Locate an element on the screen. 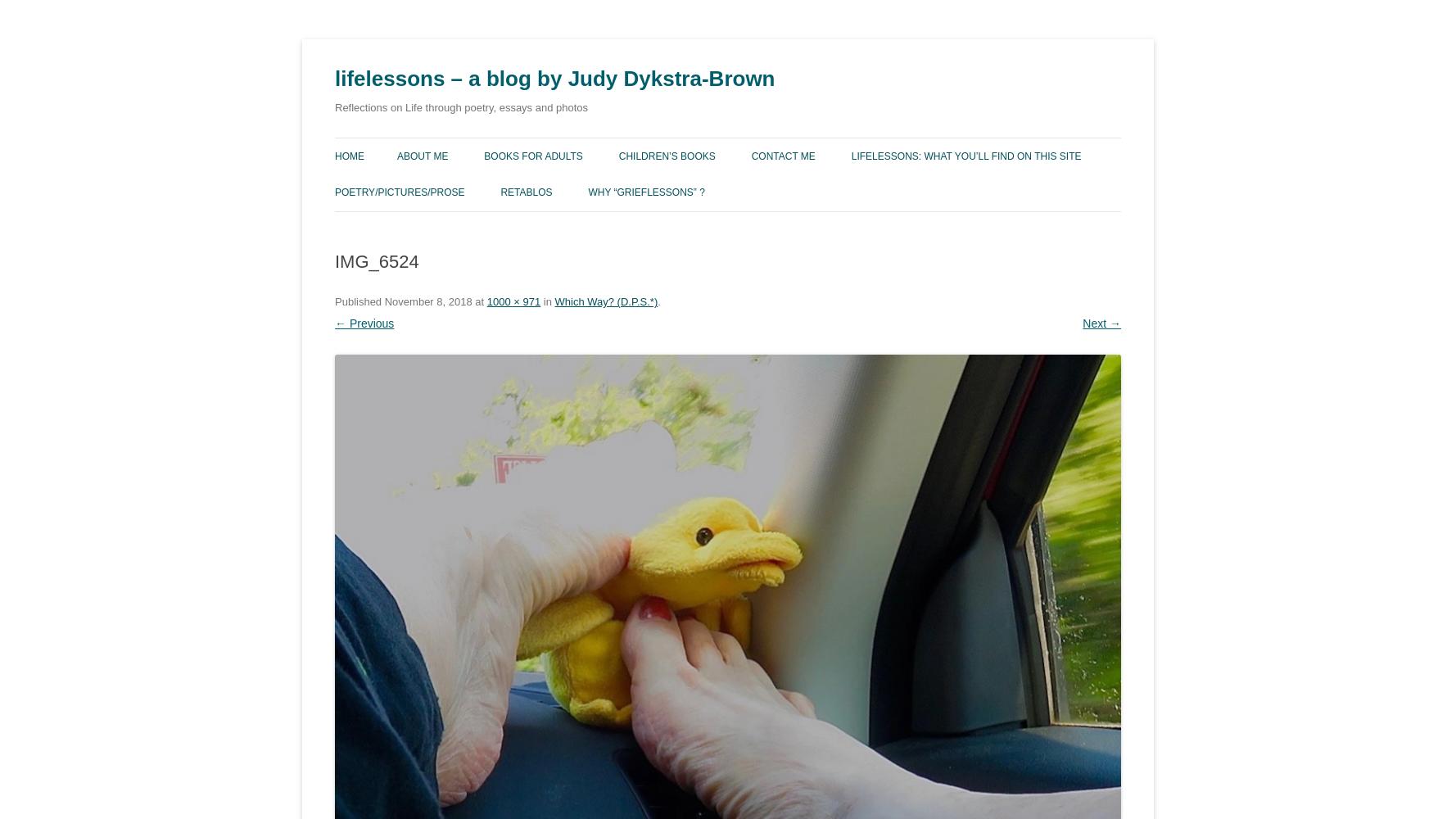  'Children’s Books' is located at coordinates (666, 156).